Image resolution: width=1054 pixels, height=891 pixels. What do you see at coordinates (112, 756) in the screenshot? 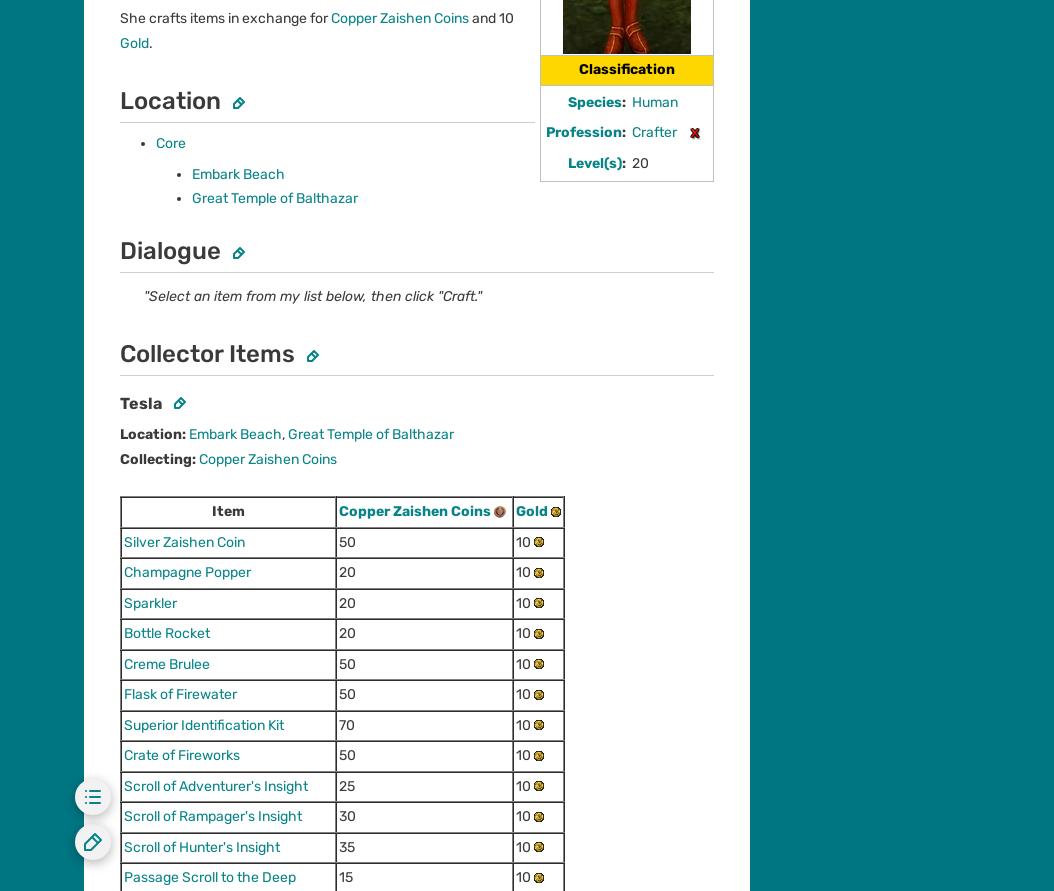
I see `'Media Kit'` at bounding box center [112, 756].